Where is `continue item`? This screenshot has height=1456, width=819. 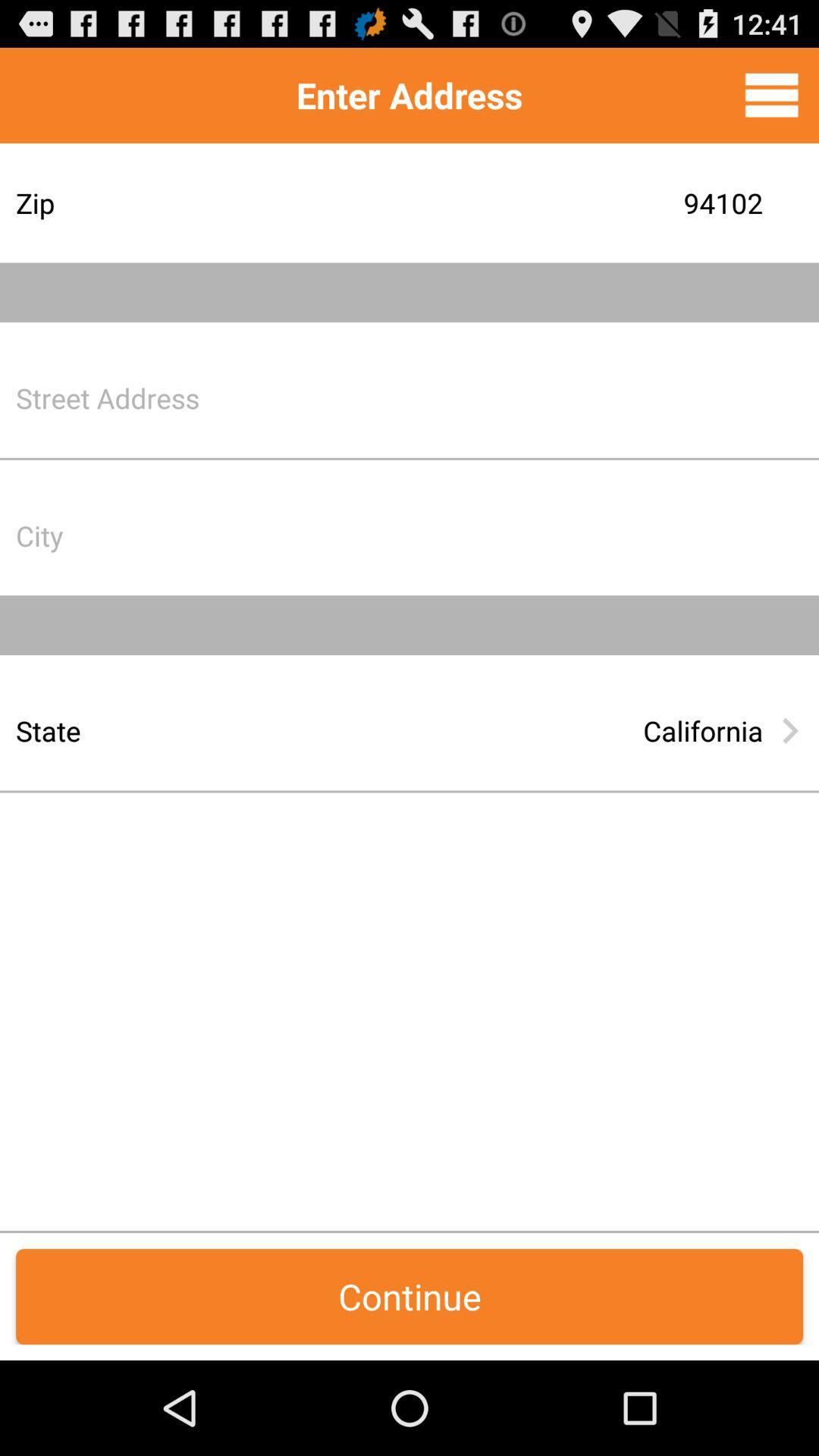 continue item is located at coordinates (409, 1295).